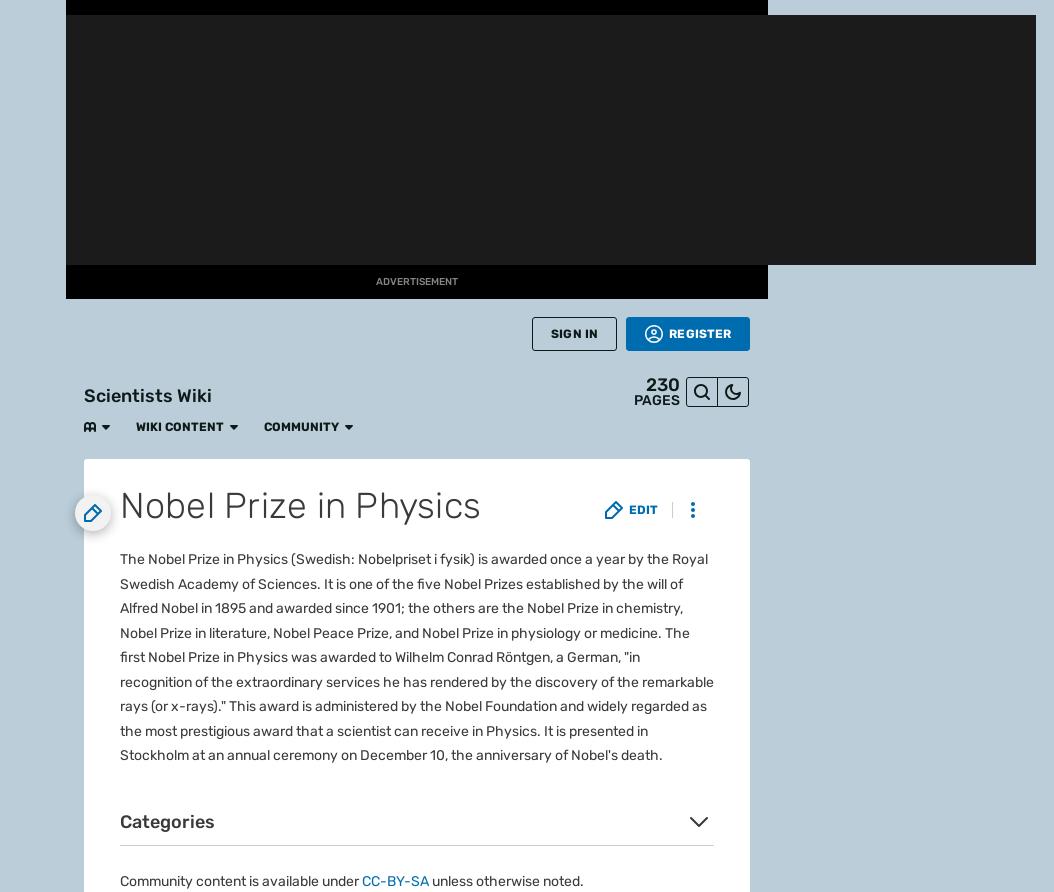 Image resolution: width=1054 pixels, height=892 pixels. What do you see at coordinates (151, 80) in the screenshot?
I see `'Explore properties'` at bounding box center [151, 80].